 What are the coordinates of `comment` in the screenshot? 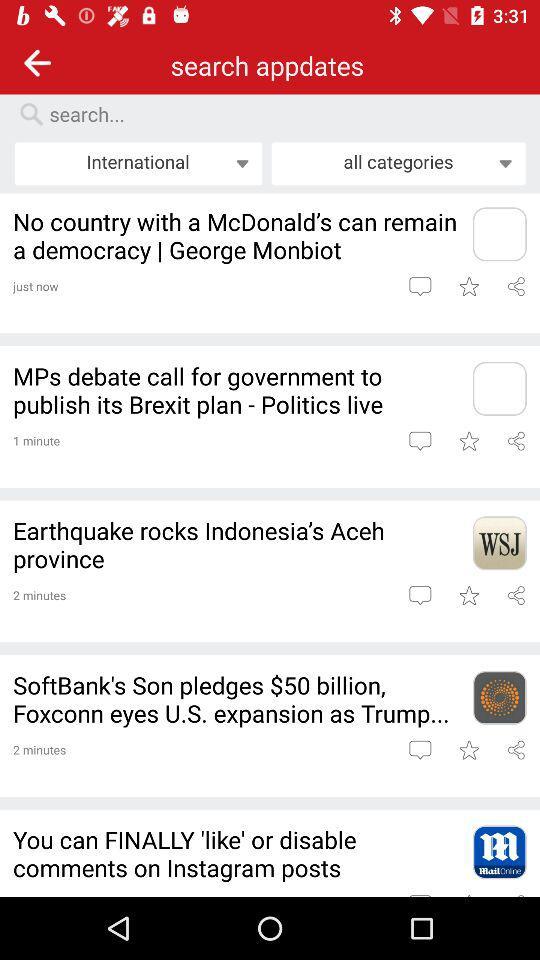 It's located at (419, 748).